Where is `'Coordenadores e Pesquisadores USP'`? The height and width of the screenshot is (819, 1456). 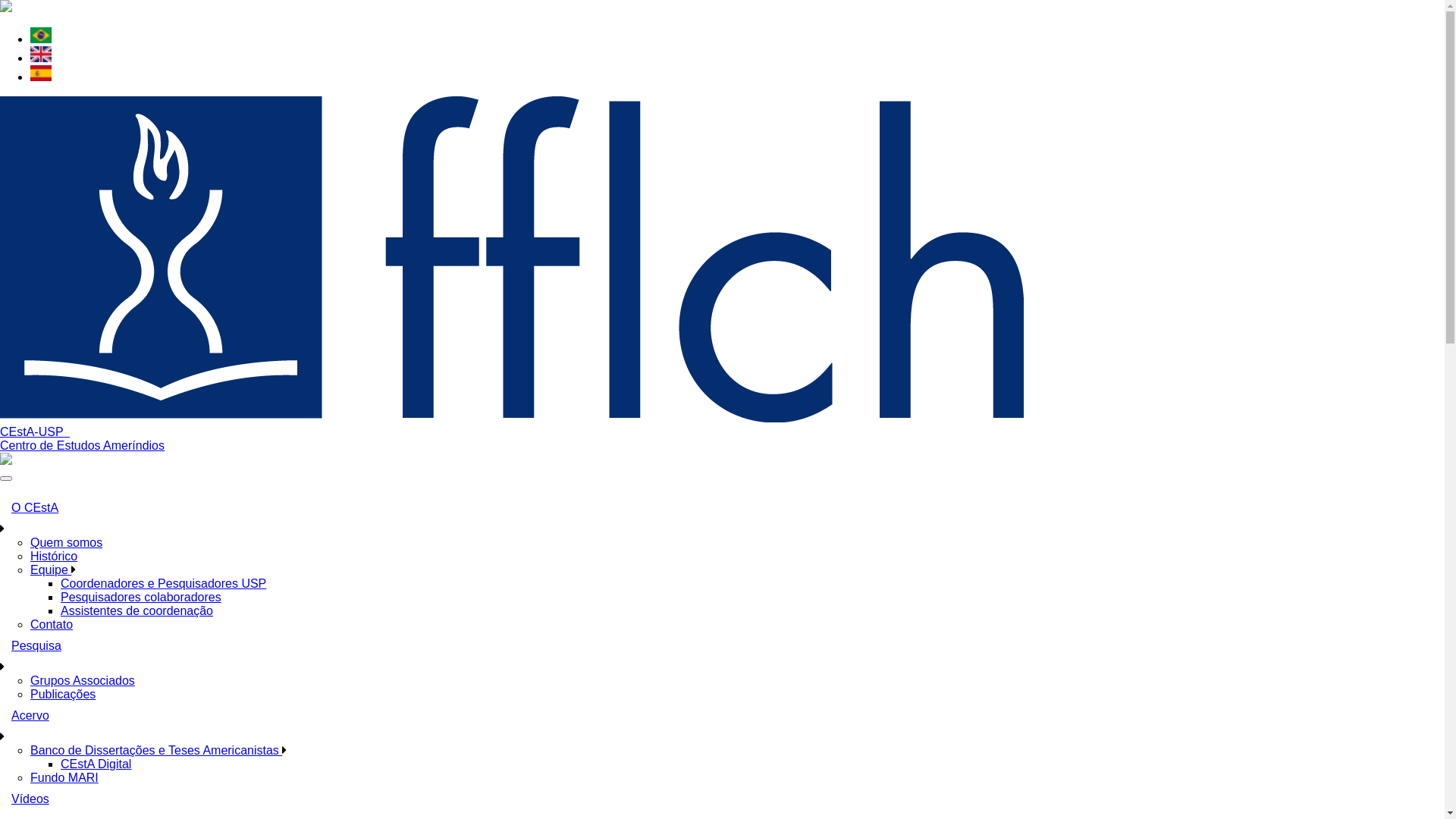
'Coordenadores e Pesquisadores USP' is located at coordinates (163, 582).